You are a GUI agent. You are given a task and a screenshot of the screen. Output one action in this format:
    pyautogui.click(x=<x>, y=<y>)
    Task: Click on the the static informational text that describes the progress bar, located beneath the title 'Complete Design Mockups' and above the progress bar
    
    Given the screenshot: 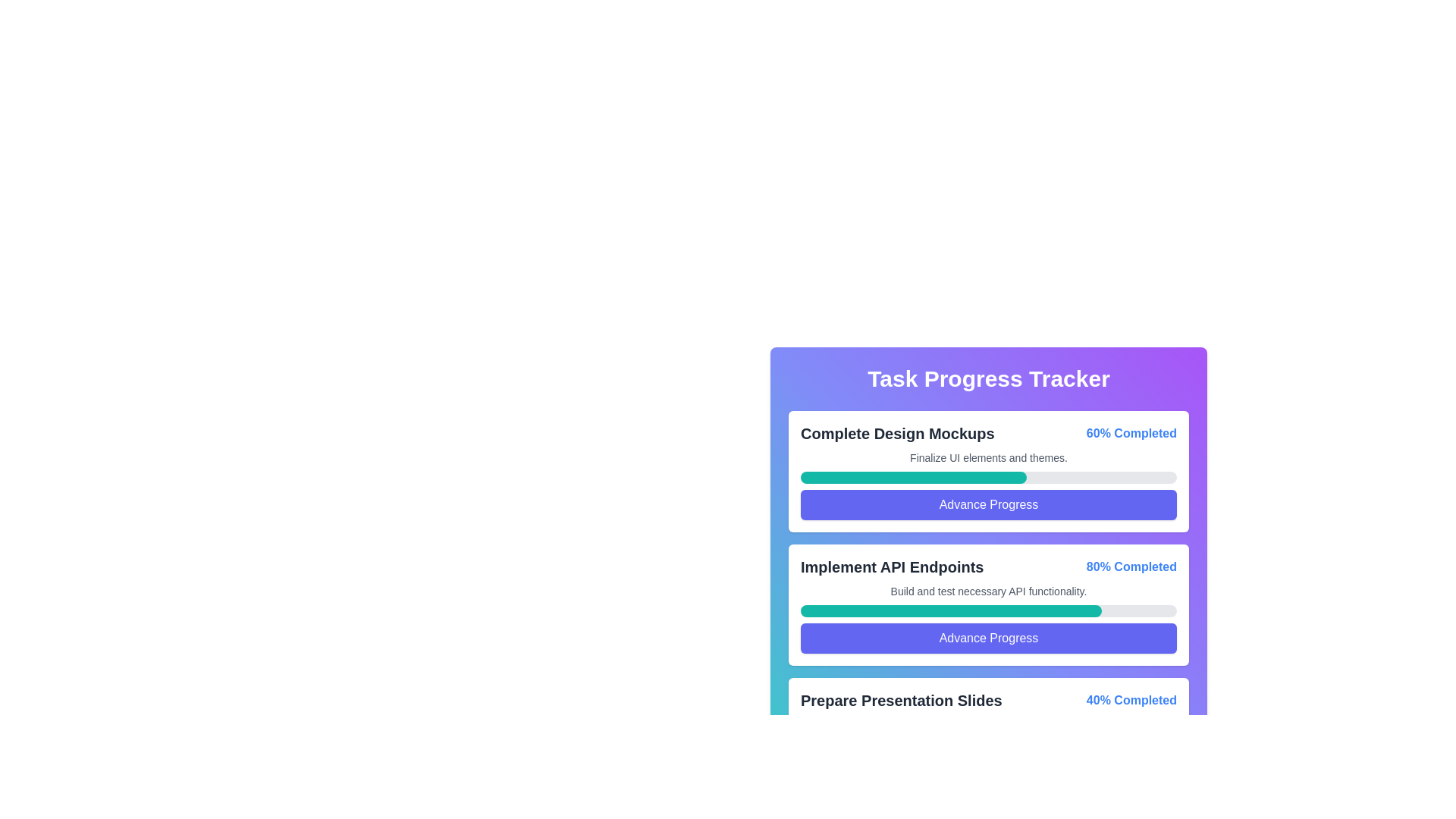 What is the action you would take?
    pyautogui.click(x=989, y=457)
    